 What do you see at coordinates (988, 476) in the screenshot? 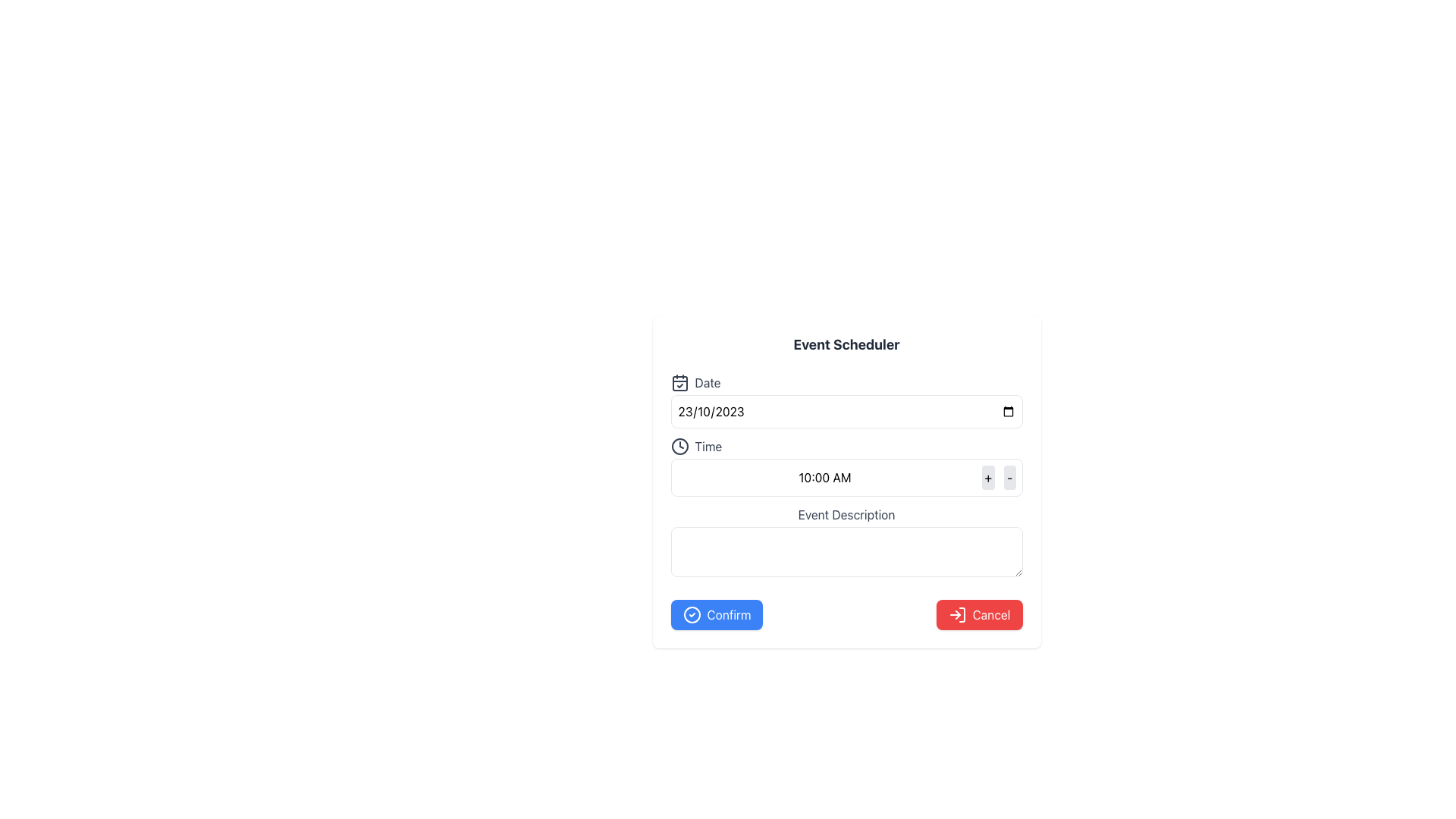
I see `the '+' button with a light-gray background and rounded corners located in the 'Time' input section to increase time` at bounding box center [988, 476].